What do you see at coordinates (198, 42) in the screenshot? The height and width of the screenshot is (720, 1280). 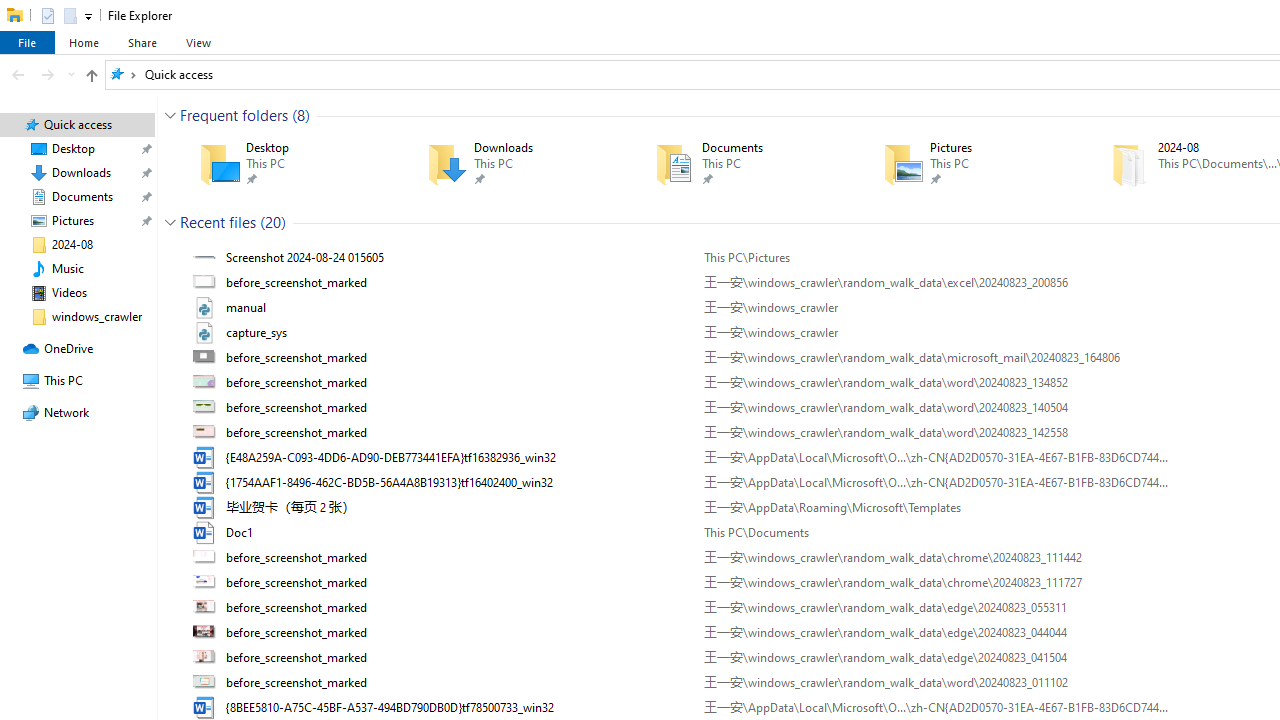 I see `'View'` at bounding box center [198, 42].